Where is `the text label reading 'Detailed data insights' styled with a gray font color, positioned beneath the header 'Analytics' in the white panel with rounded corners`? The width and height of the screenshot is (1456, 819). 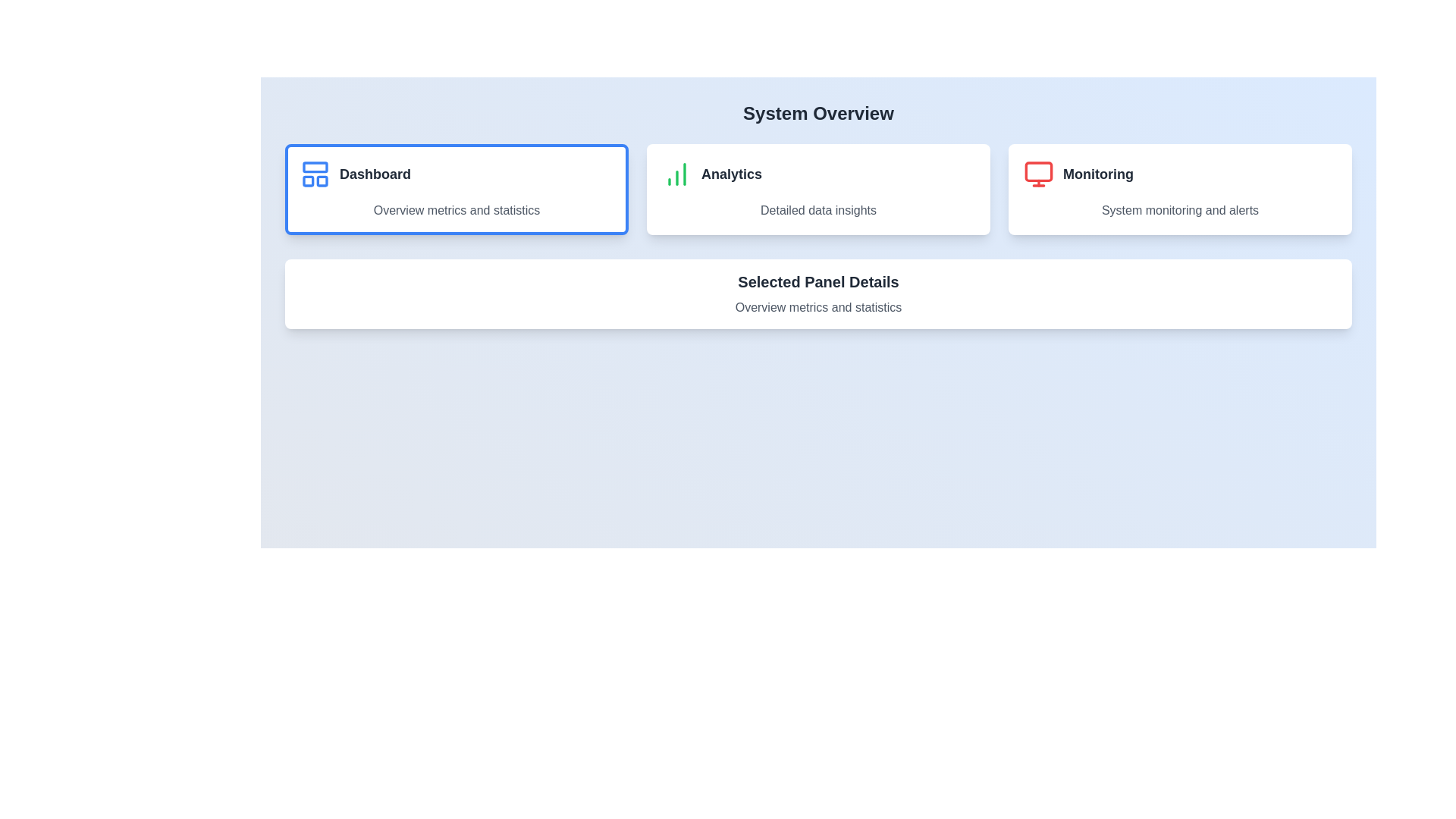 the text label reading 'Detailed data insights' styled with a gray font color, positioned beneath the header 'Analytics' in the white panel with rounded corners is located at coordinates (817, 210).